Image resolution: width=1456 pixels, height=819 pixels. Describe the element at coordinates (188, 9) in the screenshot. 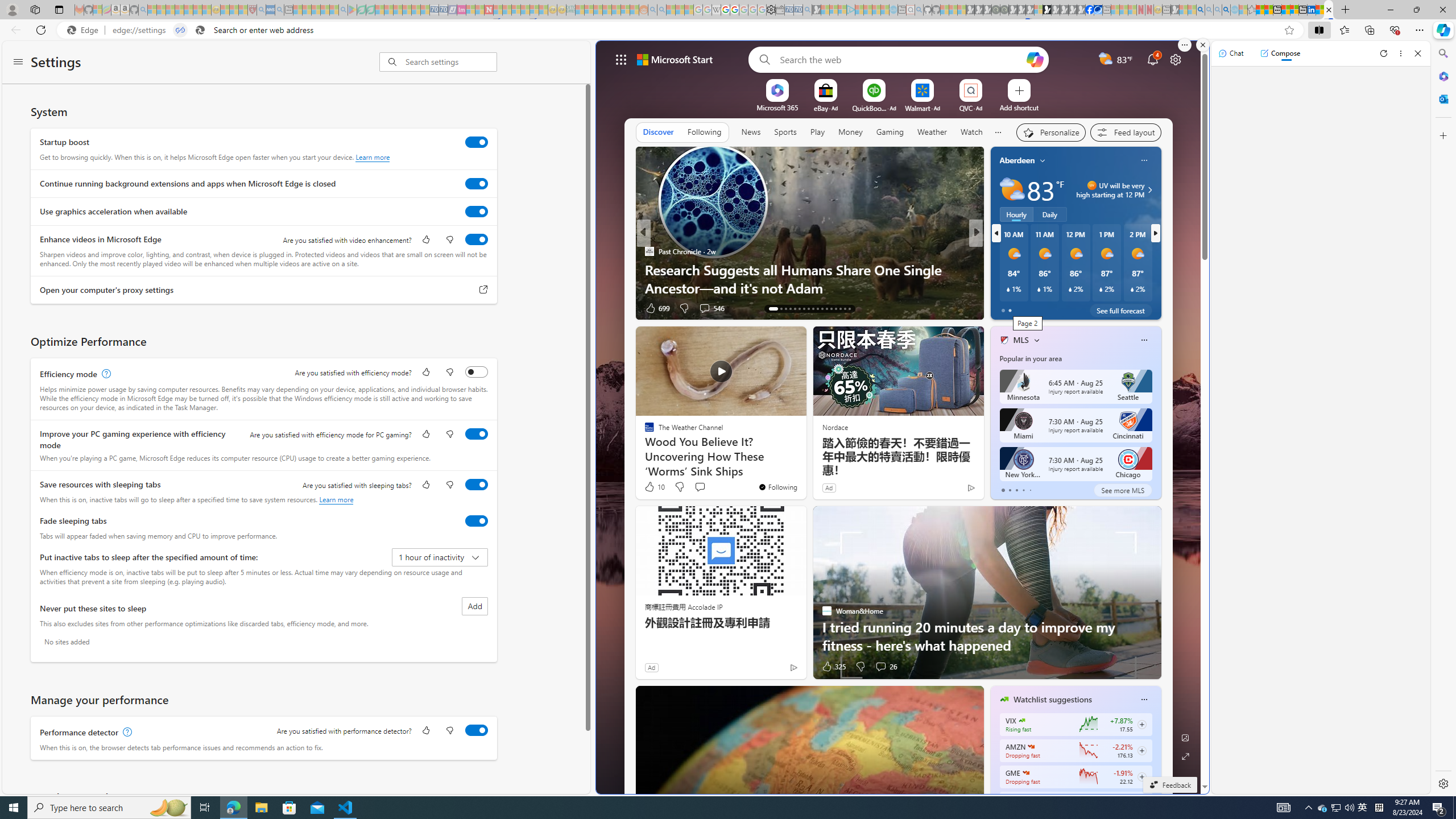

I see `'New Report Confirms 2023 Was Record Hot | Watch - Sleeping'` at that location.